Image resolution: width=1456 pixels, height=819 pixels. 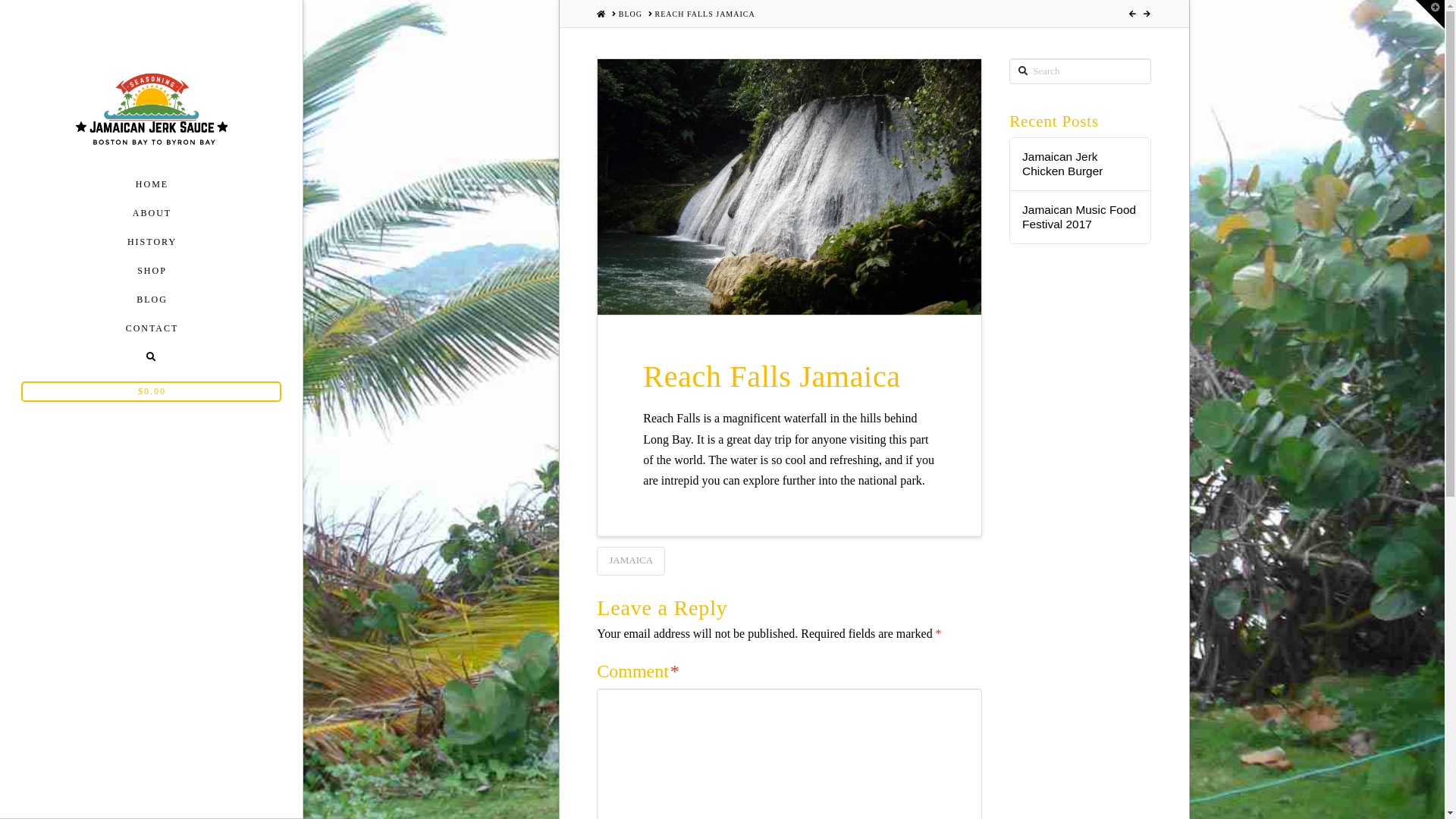 What do you see at coordinates (630, 561) in the screenshot?
I see `'JAMAICA'` at bounding box center [630, 561].